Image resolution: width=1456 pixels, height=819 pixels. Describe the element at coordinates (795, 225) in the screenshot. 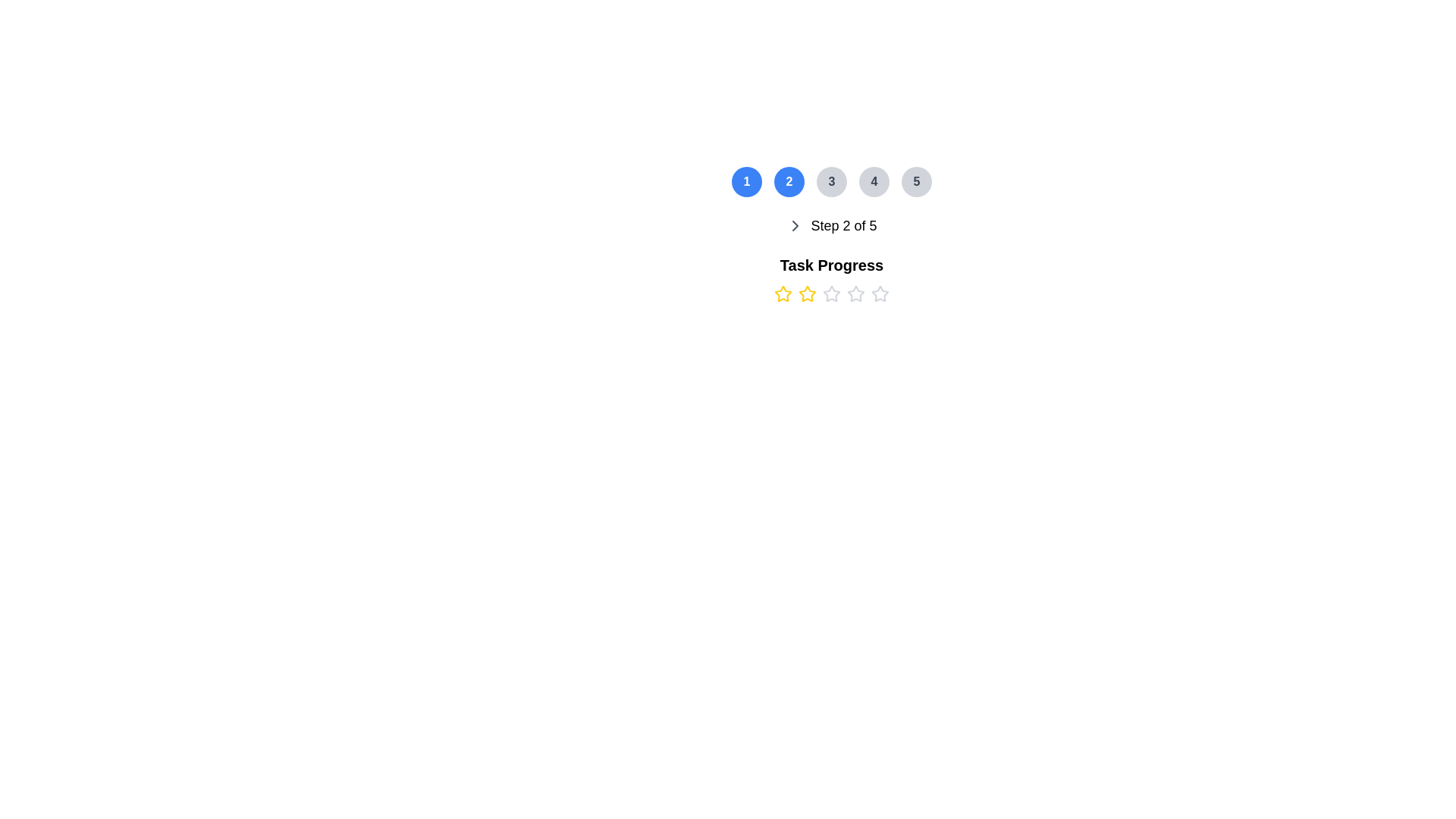

I see `the Icon (Chevron Right), which is a gray arrow icon indicating progression in the navigation interface located immediately after the '2' indicator button` at that location.